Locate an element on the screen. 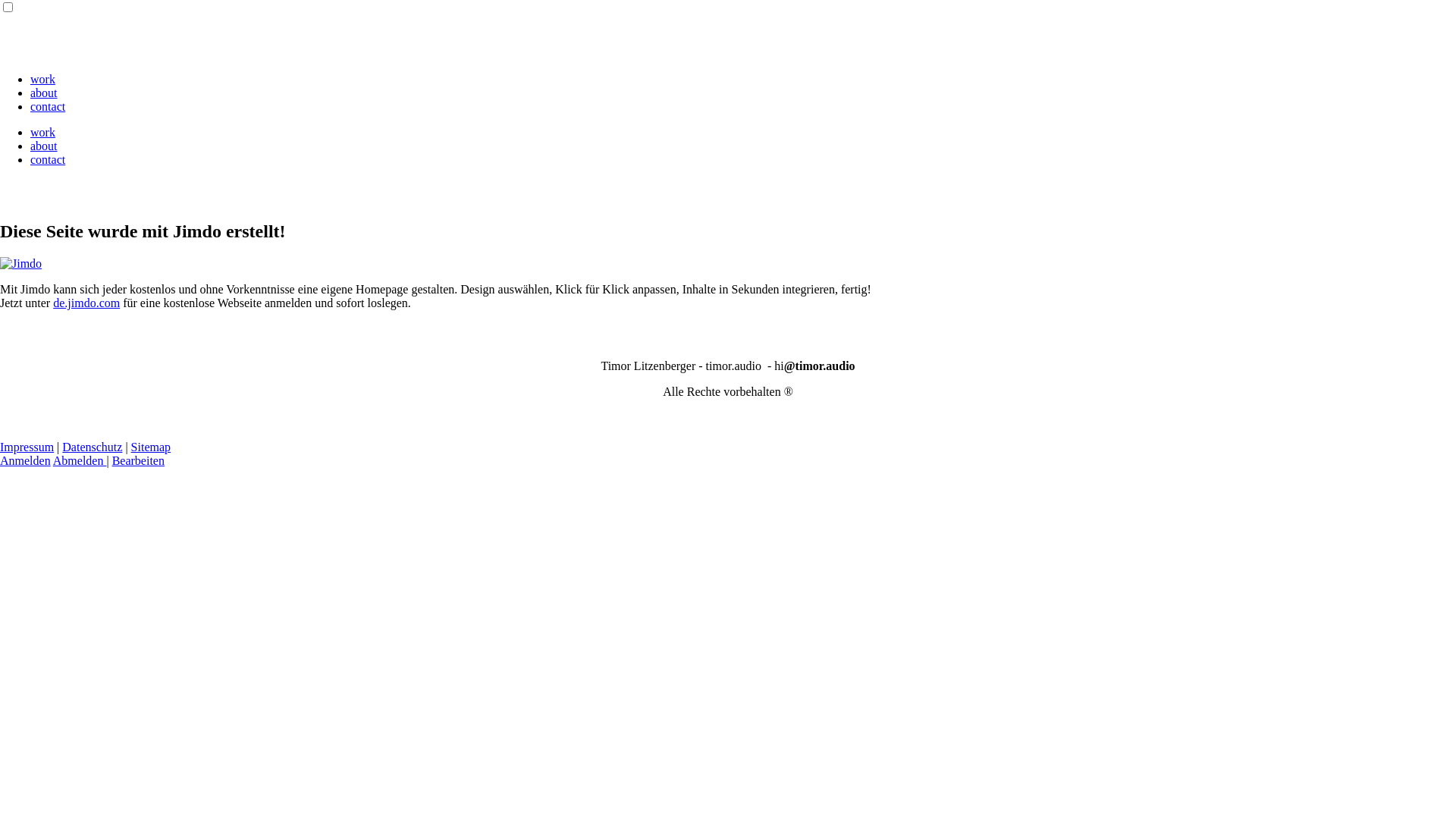 The image size is (1456, 819). 'Datenschutz' is located at coordinates (91, 446).